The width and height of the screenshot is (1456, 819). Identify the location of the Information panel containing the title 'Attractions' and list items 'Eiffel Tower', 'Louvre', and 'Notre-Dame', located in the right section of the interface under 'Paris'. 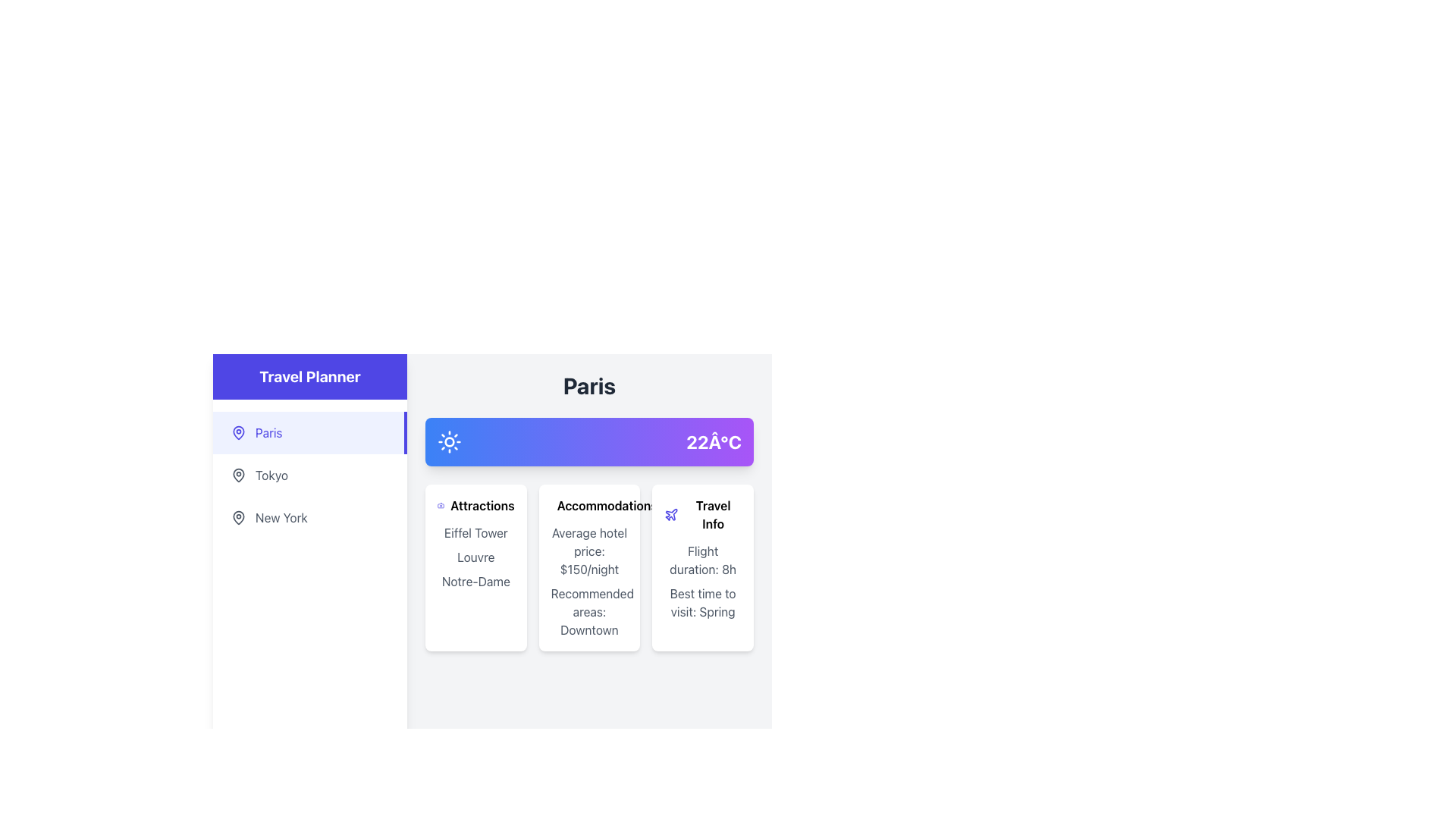
(492, 532).